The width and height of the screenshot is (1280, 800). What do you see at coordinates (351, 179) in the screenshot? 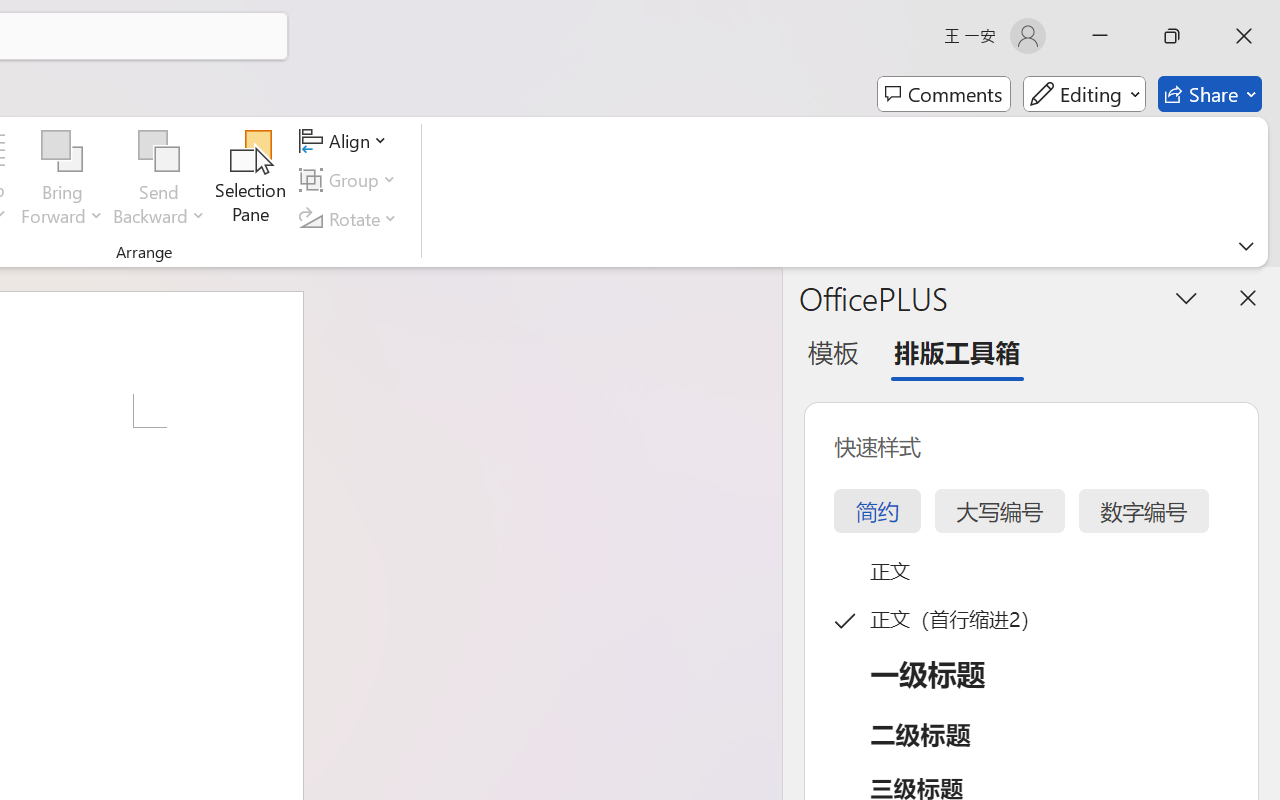
I see `'Group'` at bounding box center [351, 179].